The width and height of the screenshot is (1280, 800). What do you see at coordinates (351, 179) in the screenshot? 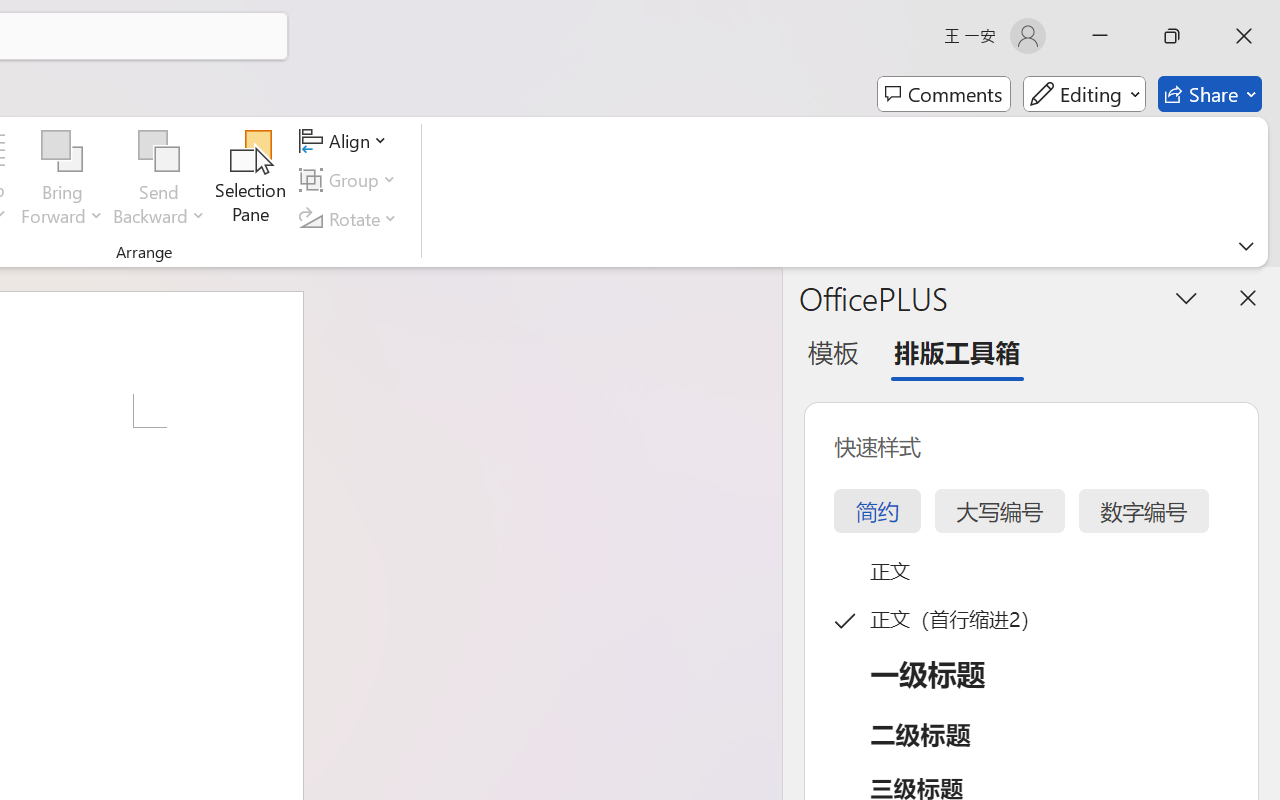
I see `'Group'` at bounding box center [351, 179].